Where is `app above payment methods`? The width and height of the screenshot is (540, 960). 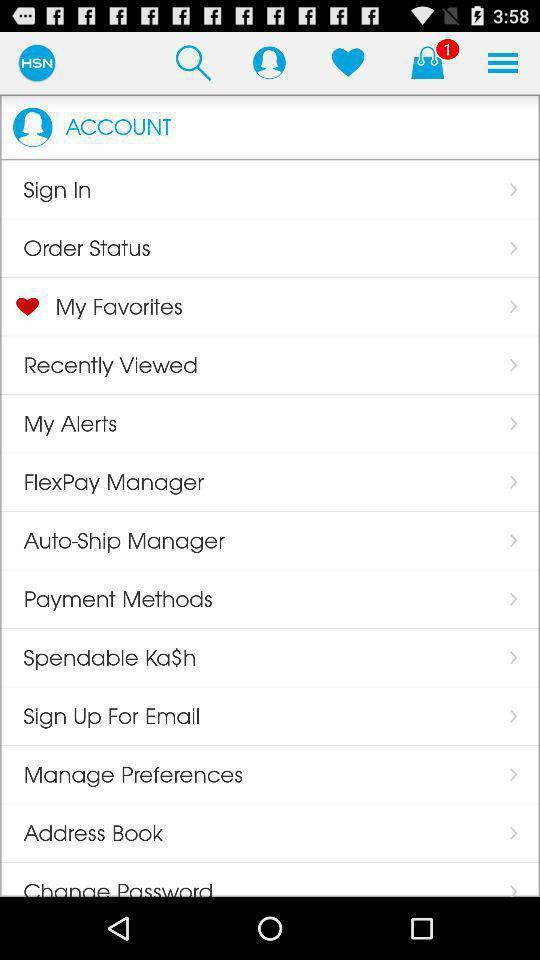 app above payment methods is located at coordinates (112, 539).